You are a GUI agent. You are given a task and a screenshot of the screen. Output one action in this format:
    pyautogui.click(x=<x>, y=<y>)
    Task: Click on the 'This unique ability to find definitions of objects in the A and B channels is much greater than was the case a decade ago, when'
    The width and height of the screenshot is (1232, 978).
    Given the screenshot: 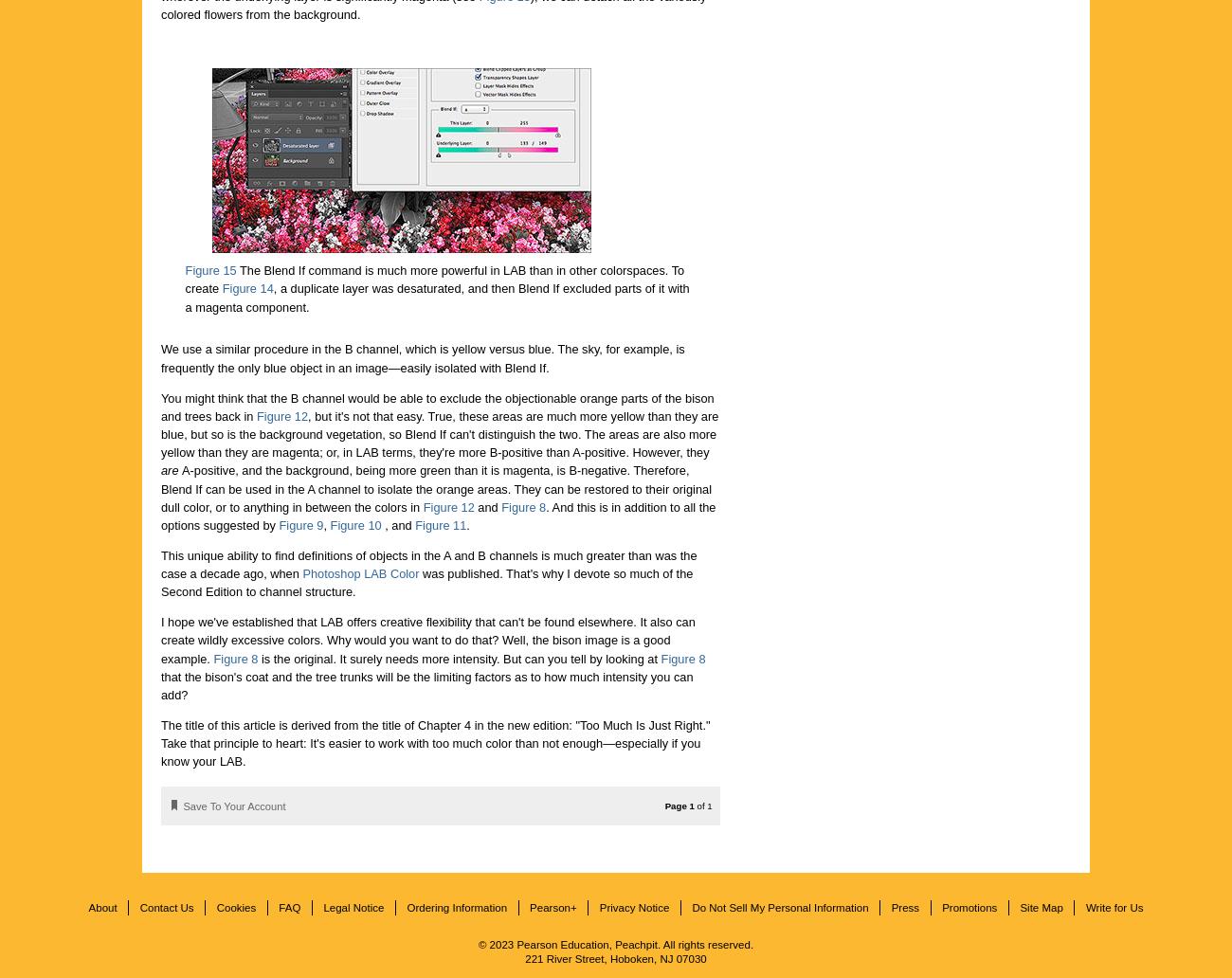 What is the action you would take?
    pyautogui.click(x=161, y=564)
    